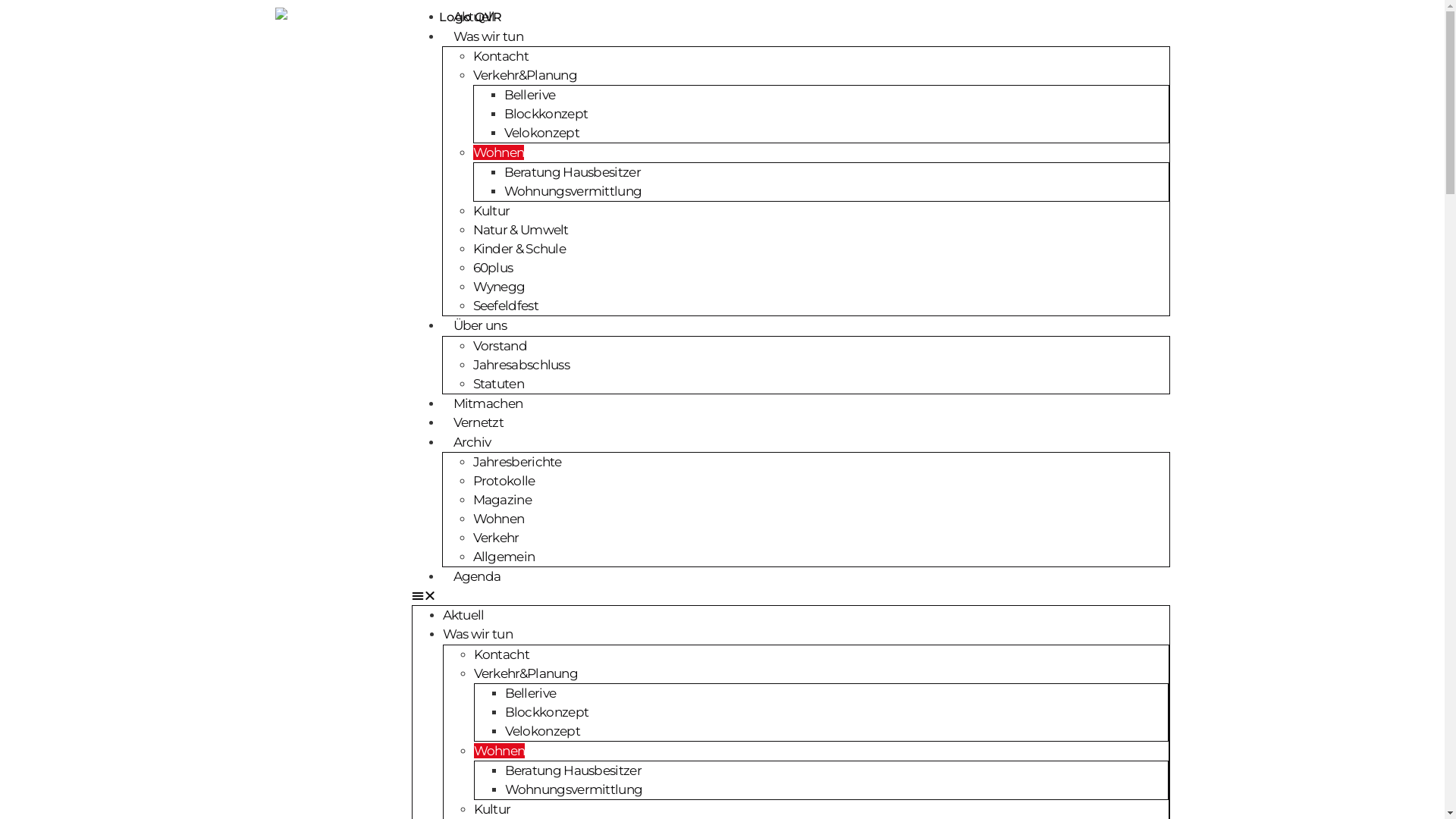 This screenshot has width=1456, height=819. I want to click on 'Velokonzept', so click(541, 131).